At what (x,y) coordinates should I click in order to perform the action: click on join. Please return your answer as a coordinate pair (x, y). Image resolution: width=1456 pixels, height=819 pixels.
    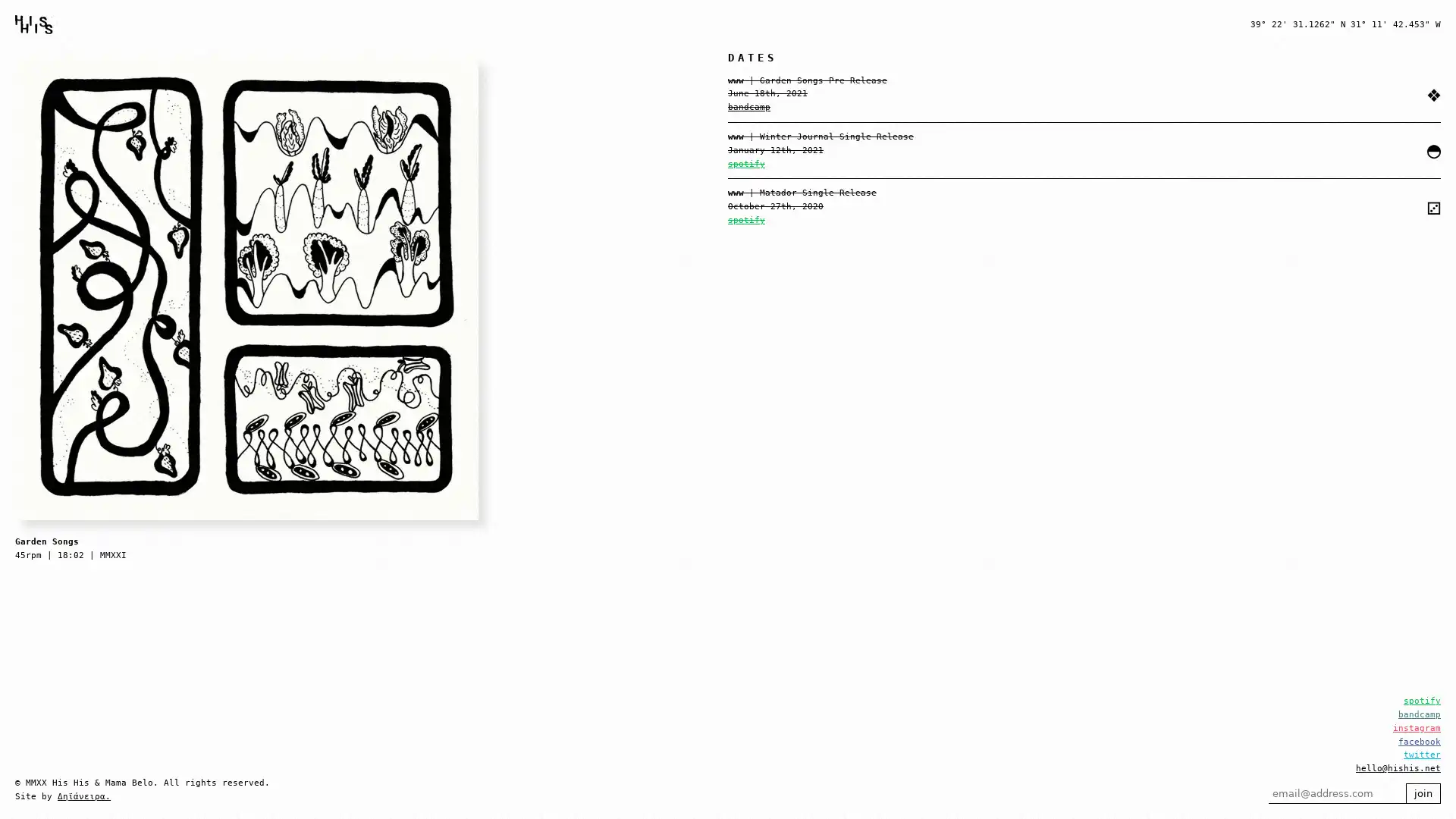
    Looking at the image, I should click on (1347, 747).